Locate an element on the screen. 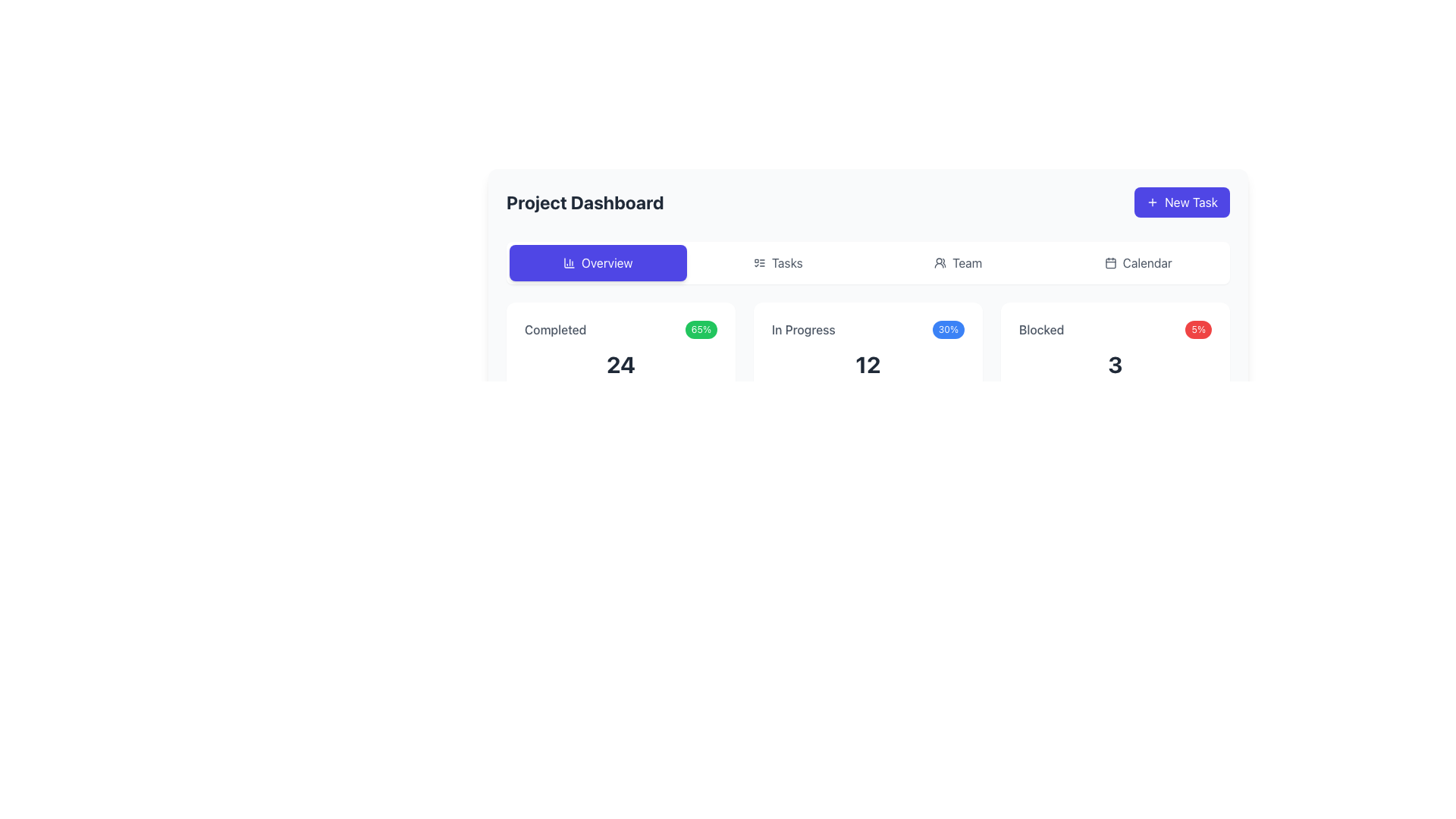 This screenshot has width=1456, height=819. the rectangular blue button labeled 'Overview' with a bar chart icon is located at coordinates (597, 262).